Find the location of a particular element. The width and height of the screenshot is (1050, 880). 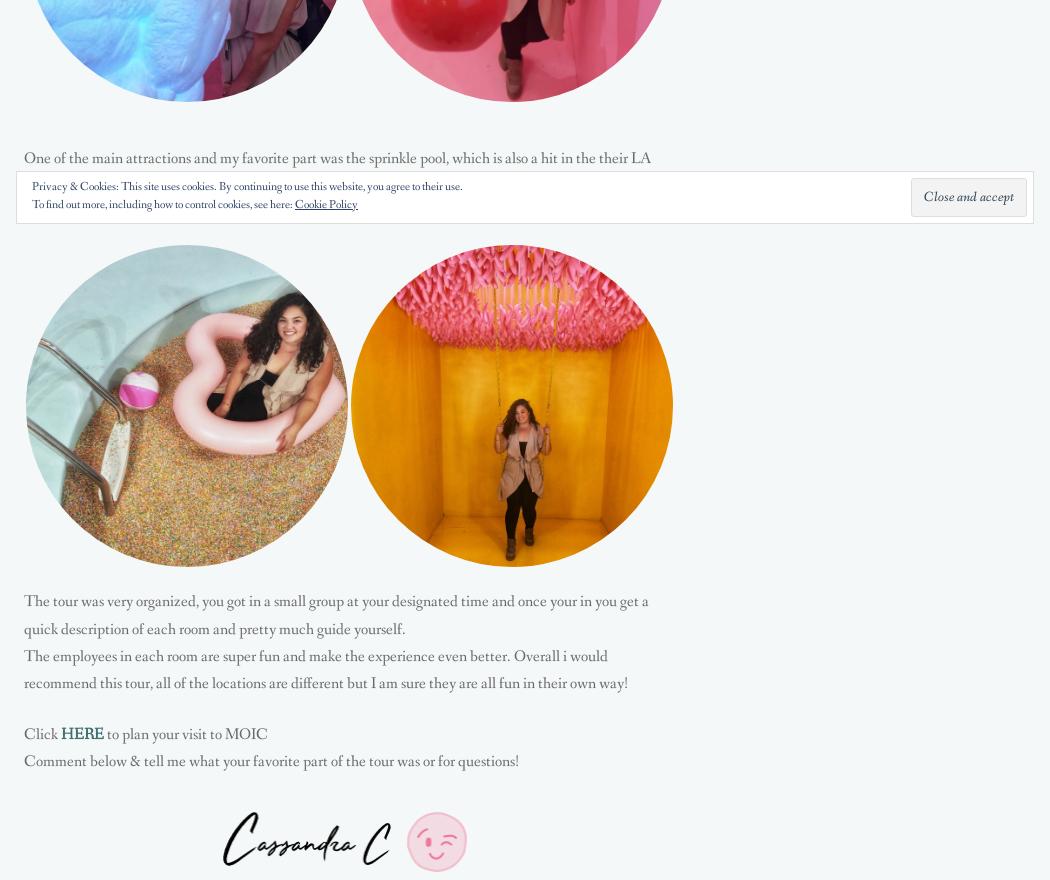

'The tour was very organized, you got in a small group at your designated time and once your in you get a quick description of each room and pretty much guide yourself.' is located at coordinates (336, 614).